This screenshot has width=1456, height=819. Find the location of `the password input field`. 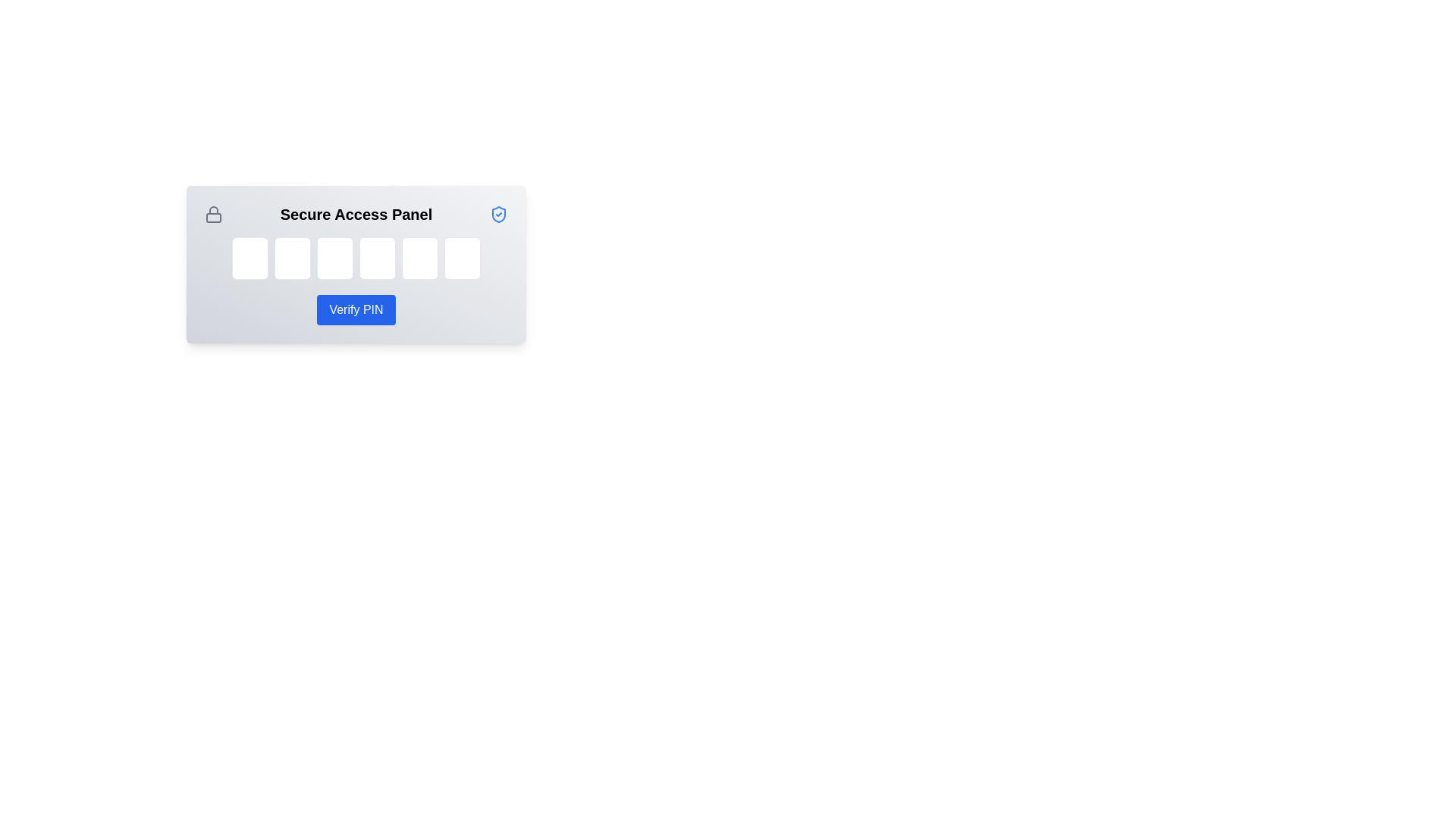

the password input field is located at coordinates (250, 257).